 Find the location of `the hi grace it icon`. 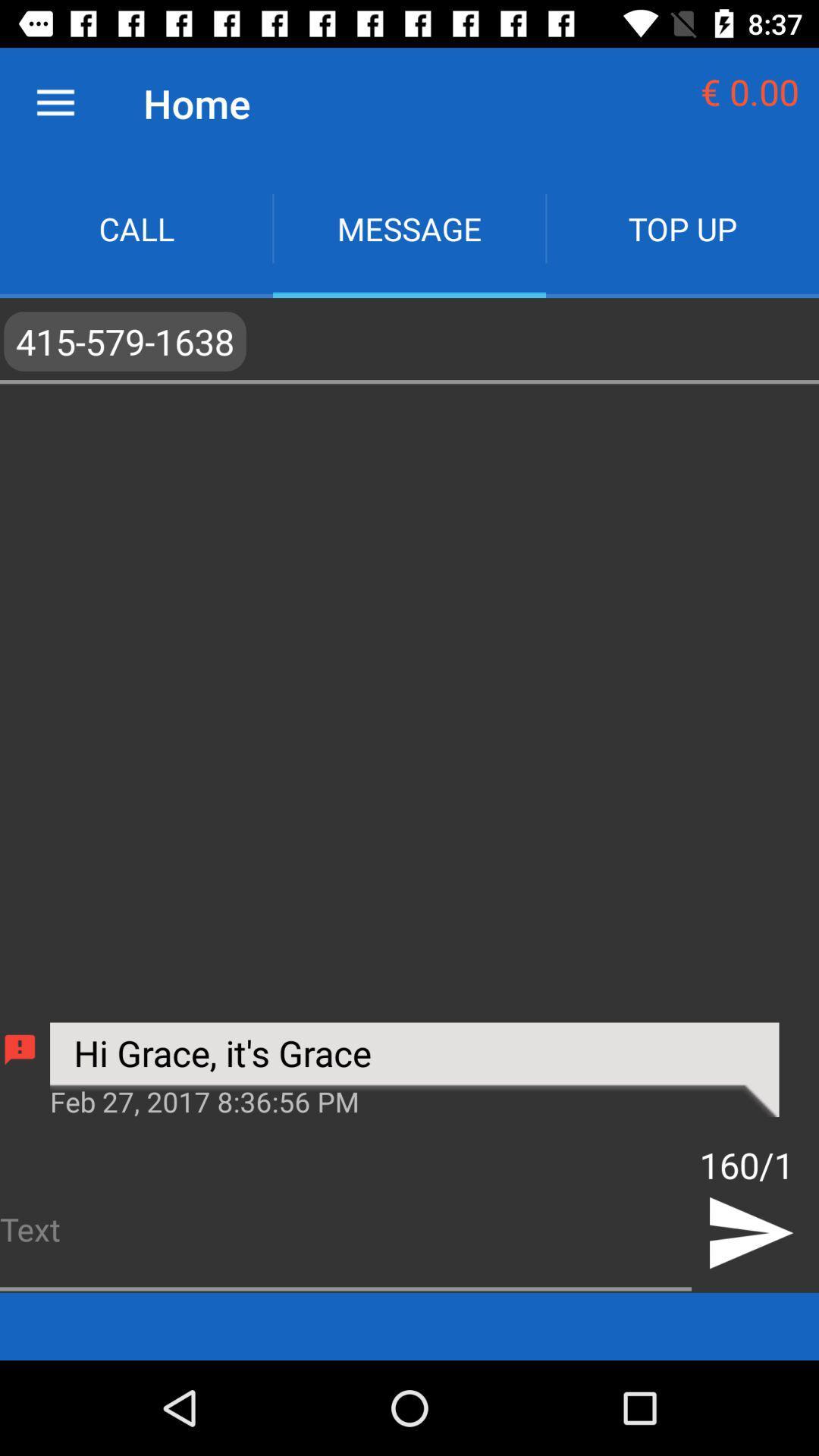

the hi grace it icon is located at coordinates (414, 1068).